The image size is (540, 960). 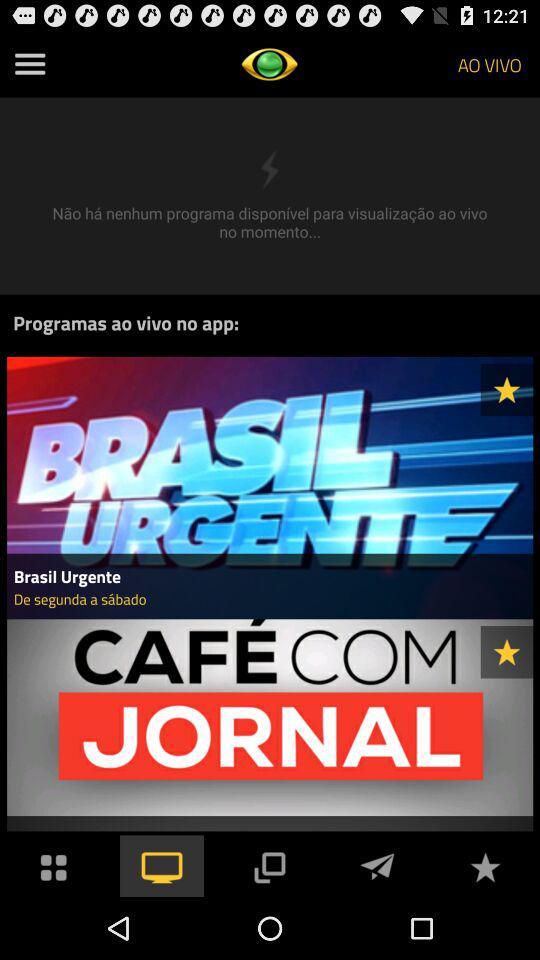 What do you see at coordinates (29, 68) in the screenshot?
I see `the menu icon` at bounding box center [29, 68].